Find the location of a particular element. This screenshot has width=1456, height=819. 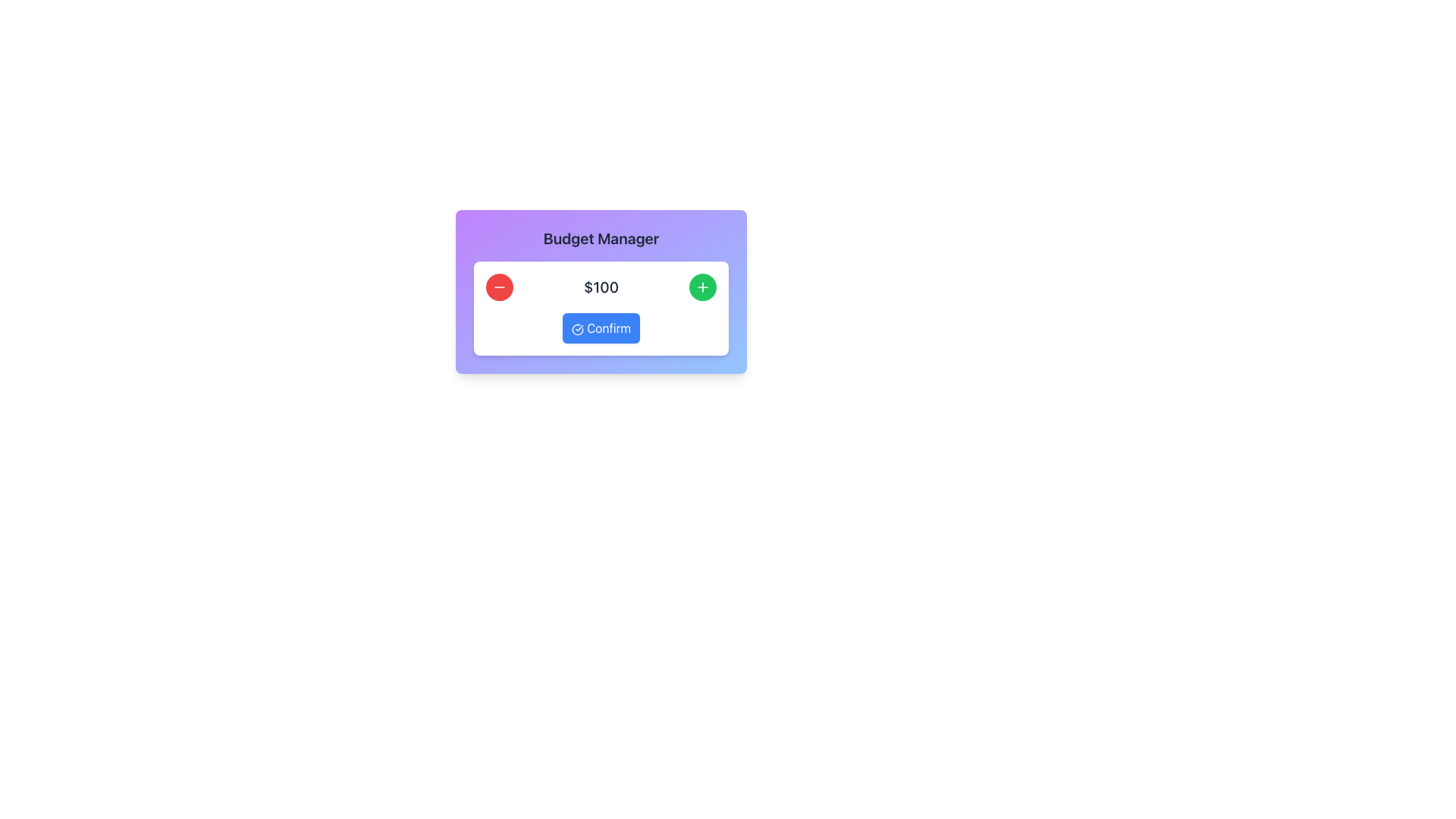

the confirmation icon located at the bottom-center of the 'Confirm' button is located at coordinates (576, 328).